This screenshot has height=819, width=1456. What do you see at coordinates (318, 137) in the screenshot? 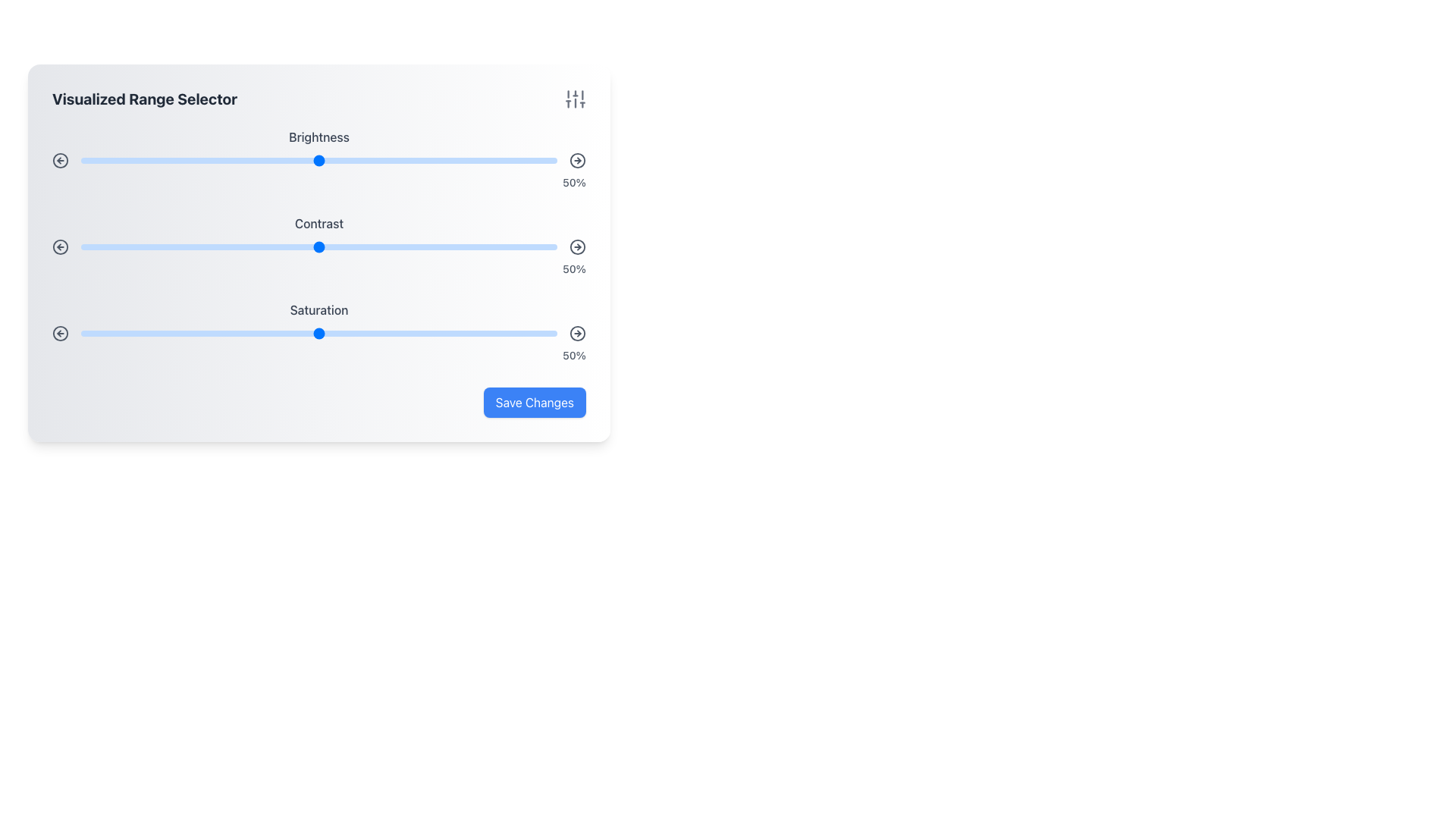
I see `the 'Brightness' text label, which is styled with medium font weight and gray color, located at the top of the brightness adjustment controls` at bounding box center [318, 137].